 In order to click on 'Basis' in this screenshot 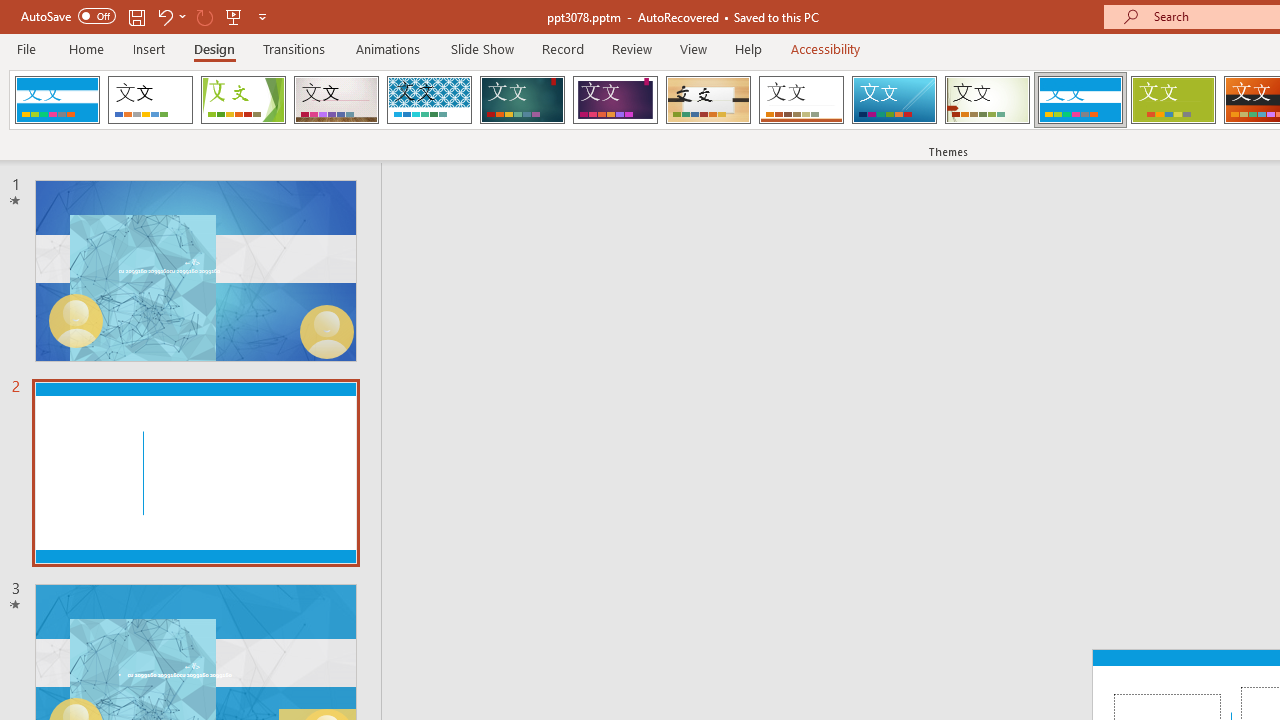, I will do `click(1173, 100)`.